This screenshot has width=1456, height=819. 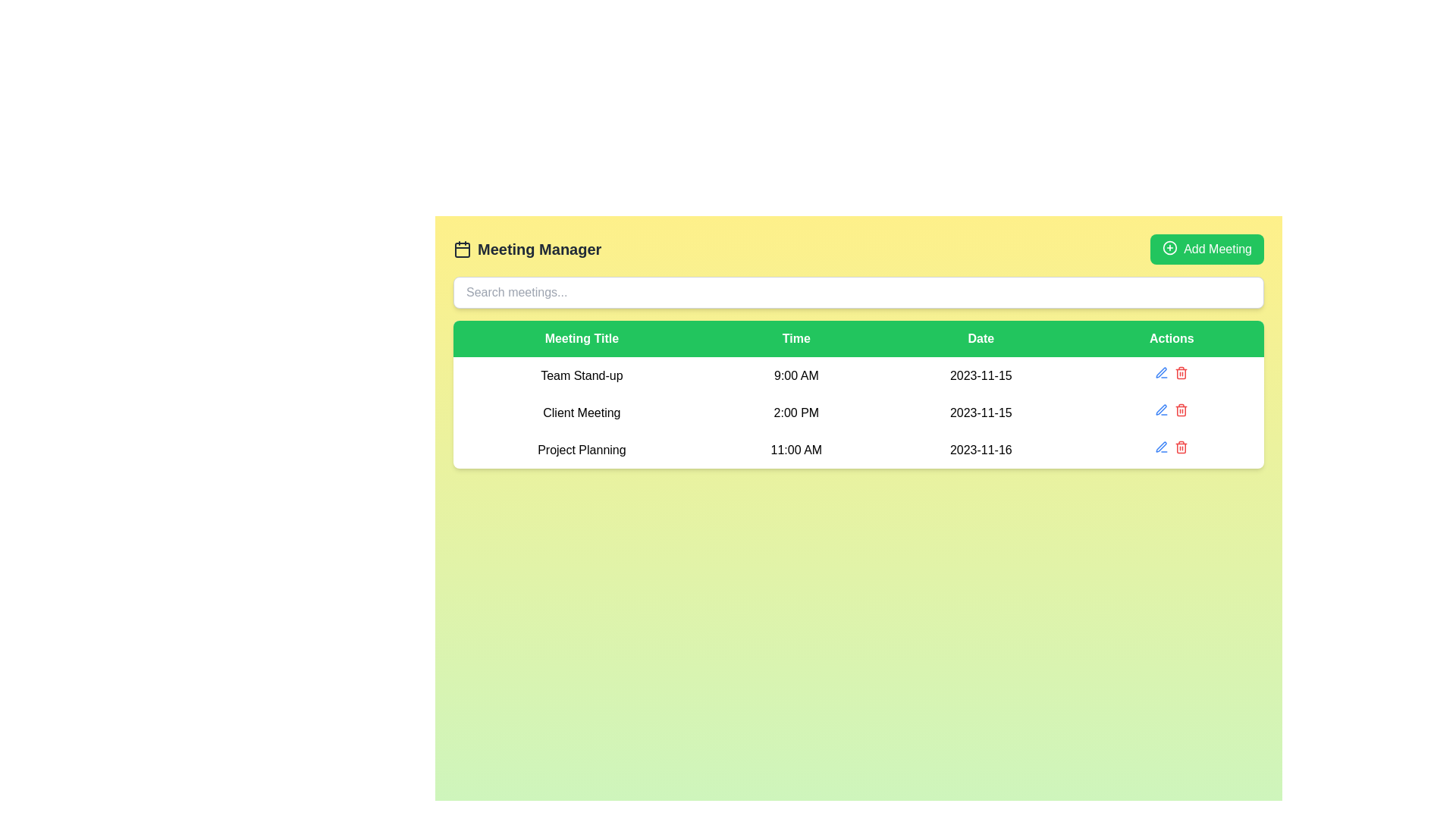 I want to click on the 'Team Stand-up' text label located in the 'Meeting Title' column of the meeting schedule, so click(x=581, y=375).